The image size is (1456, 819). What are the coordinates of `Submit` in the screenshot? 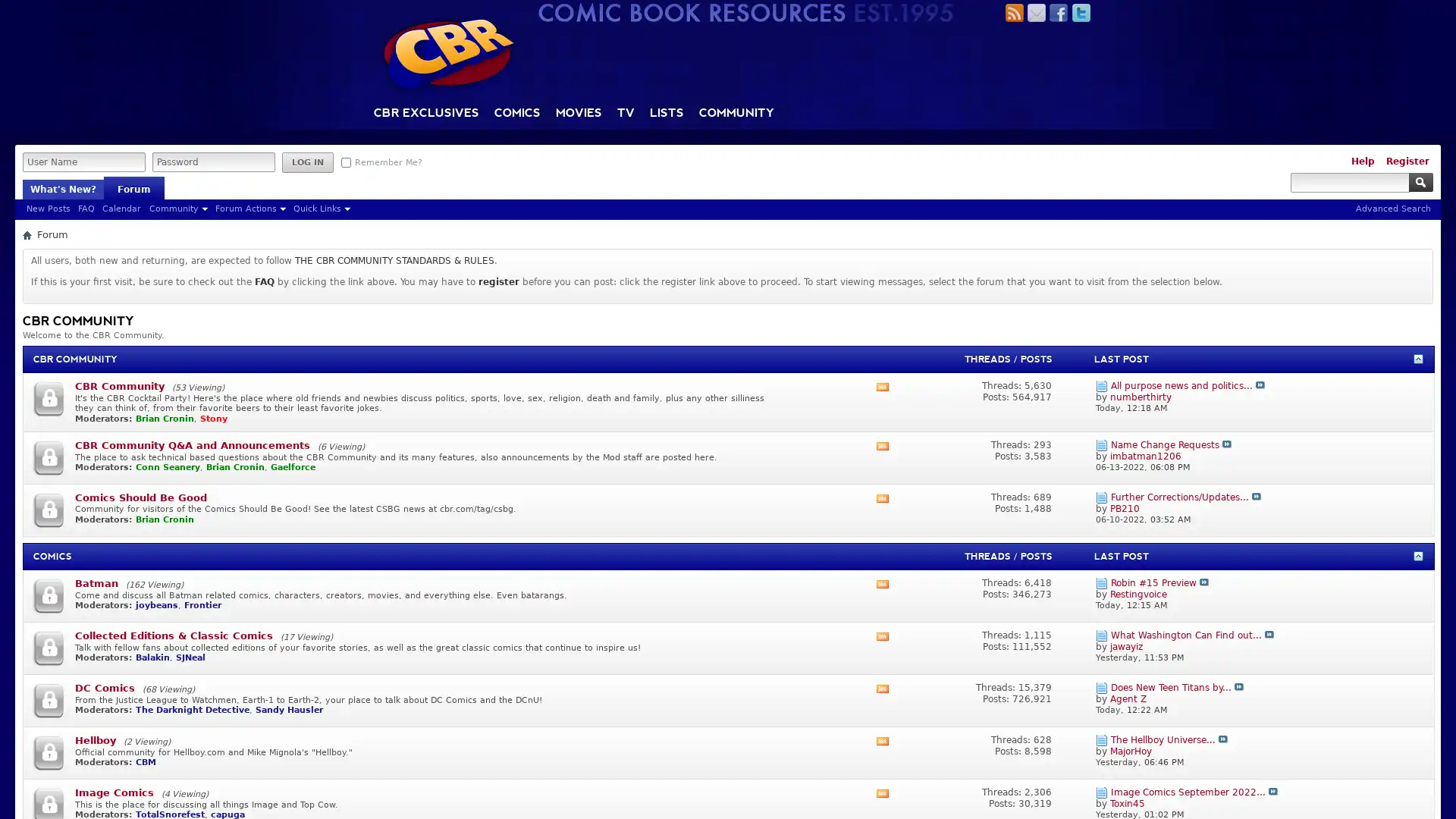 It's located at (1420, 180).